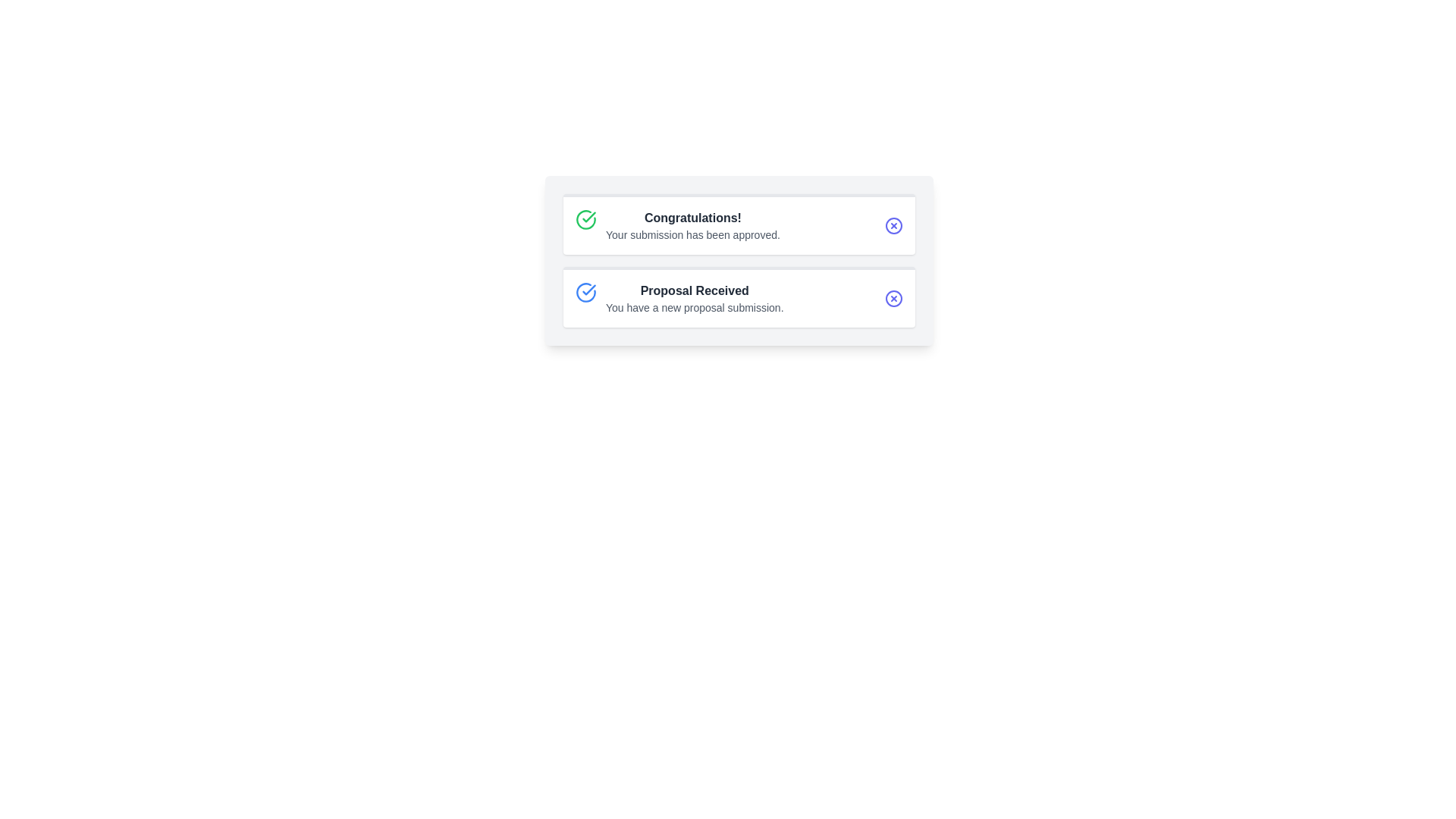 This screenshot has height=819, width=1456. What do you see at coordinates (694, 291) in the screenshot?
I see `text label located in the upper portion of the second notification card, which summarizes the notification's purpose` at bounding box center [694, 291].